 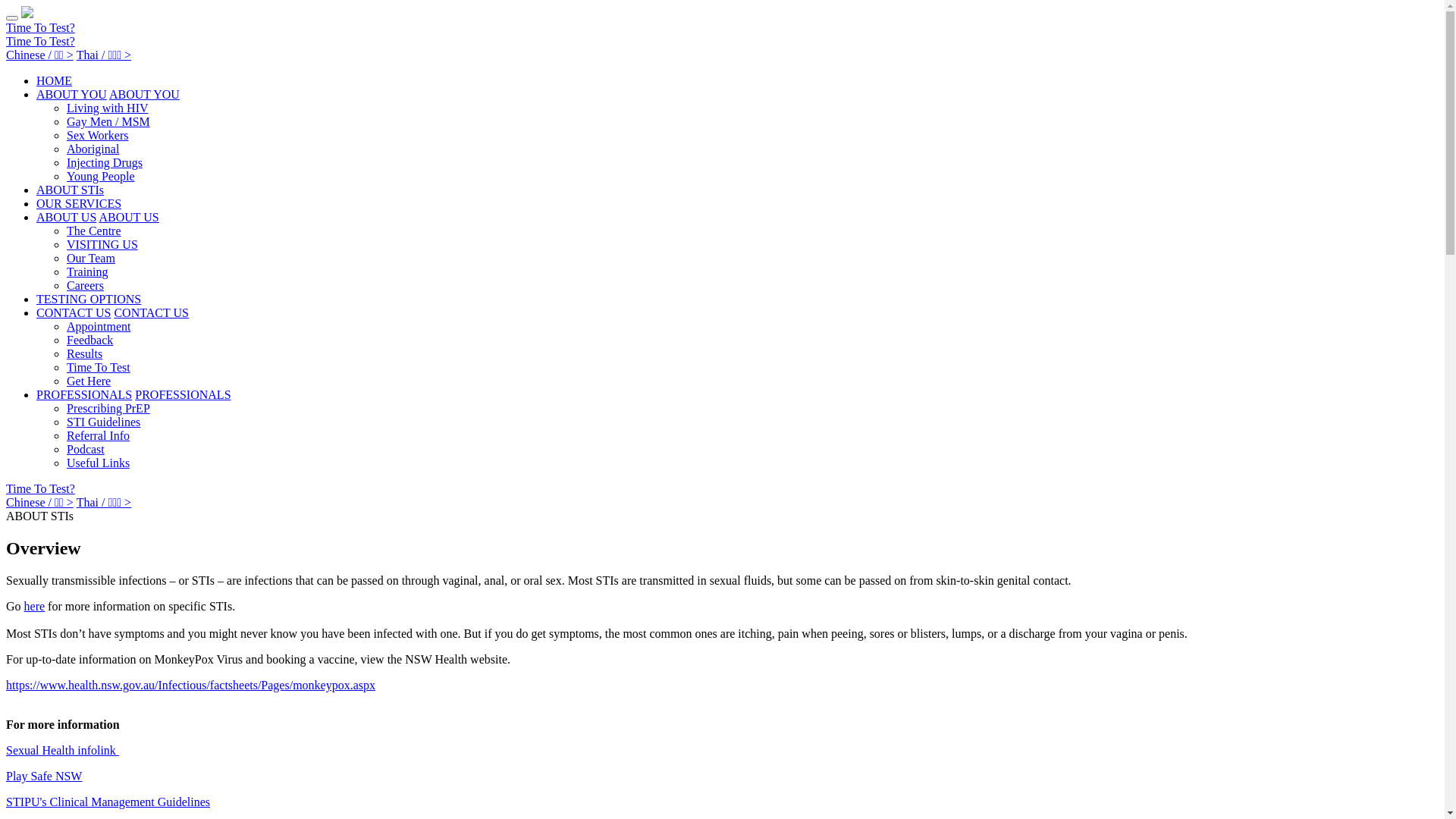 I want to click on 'Time To Test?', so click(x=6, y=27).